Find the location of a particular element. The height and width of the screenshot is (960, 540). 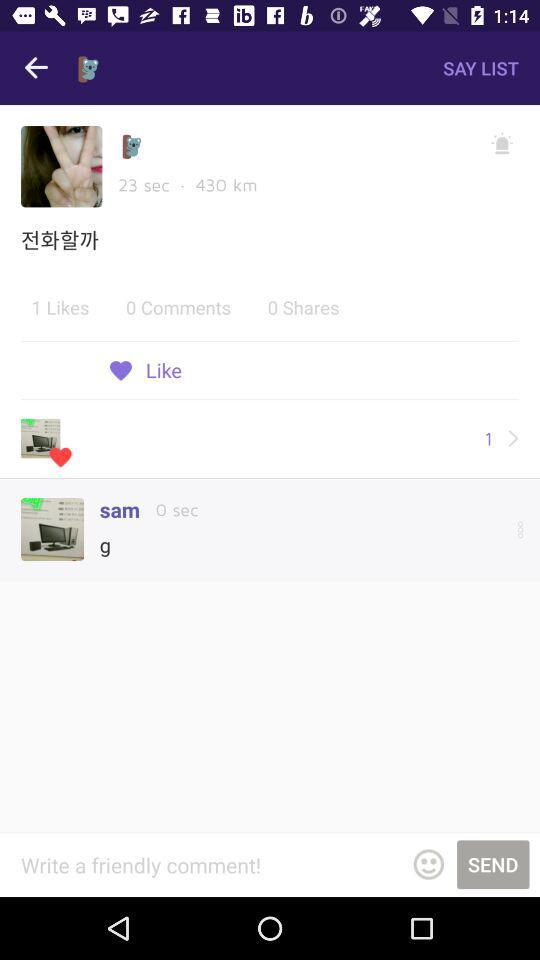

the emoji icon is located at coordinates (427, 863).